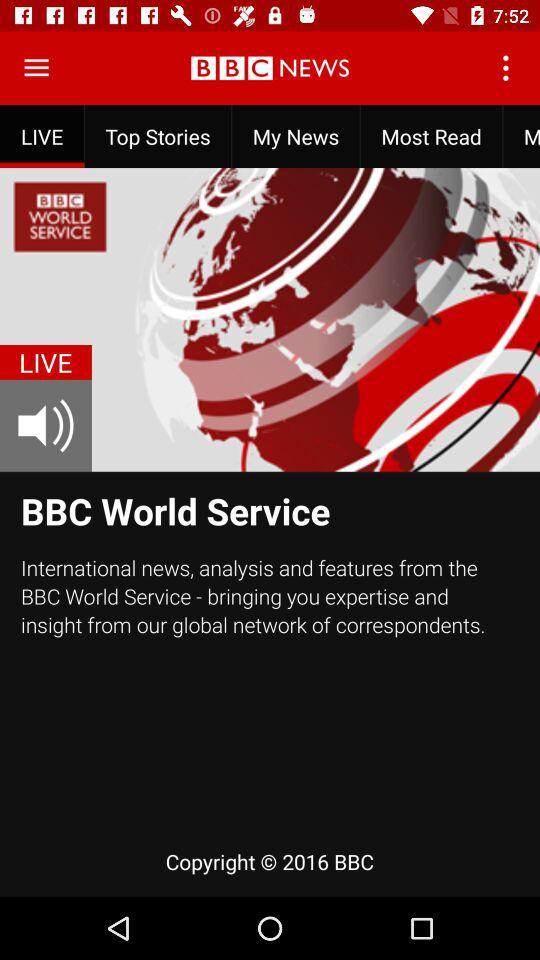 Image resolution: width=540 pixels, height=960 pixels. What do you see at coordinates (430, 135) in the screenshot?
I see `most read` at bounding box center [430, 135].